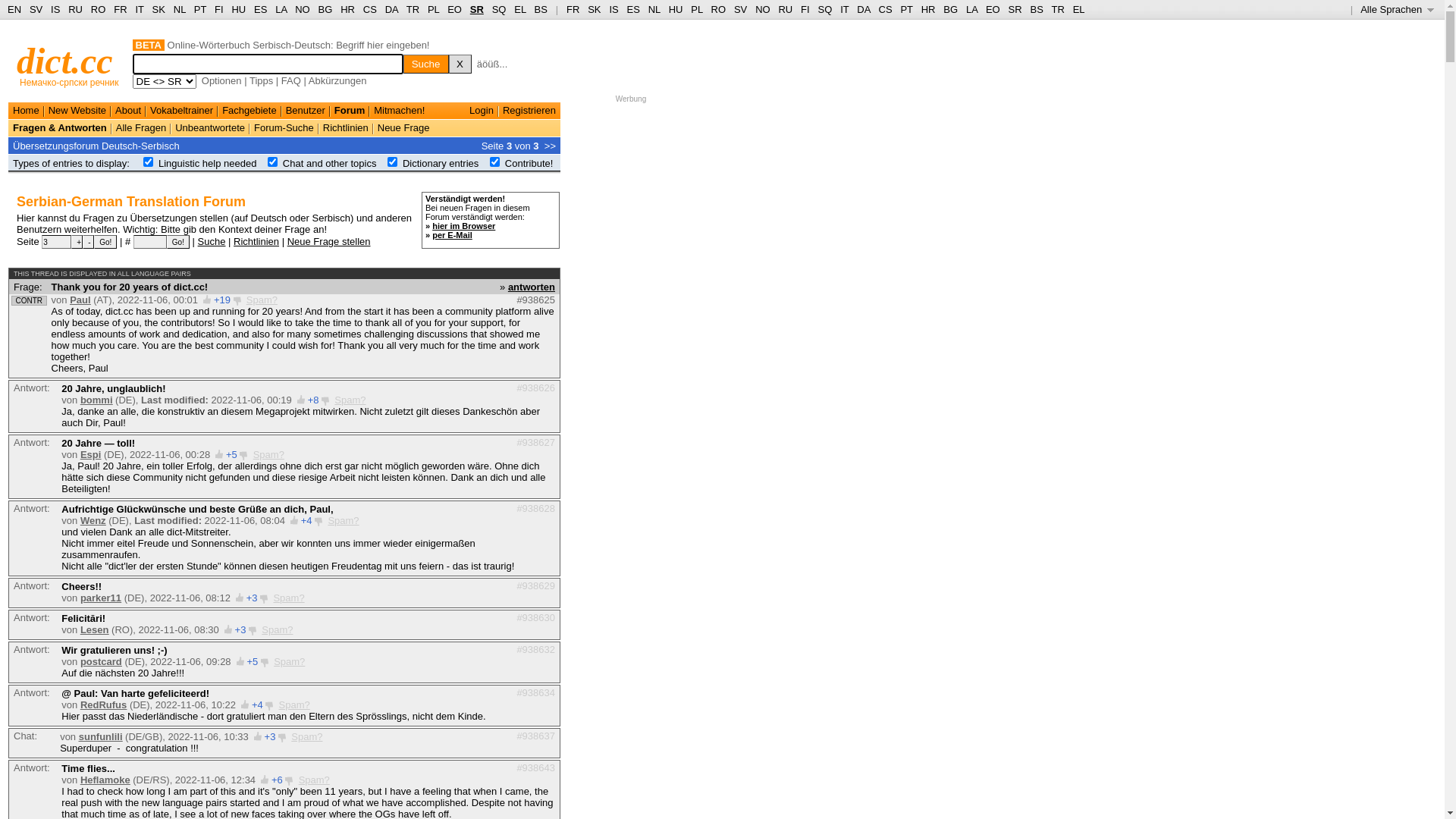  Describe the element at coordinates (439, 163) in the screenshot. I see `'Dictionary entries'` at that location.